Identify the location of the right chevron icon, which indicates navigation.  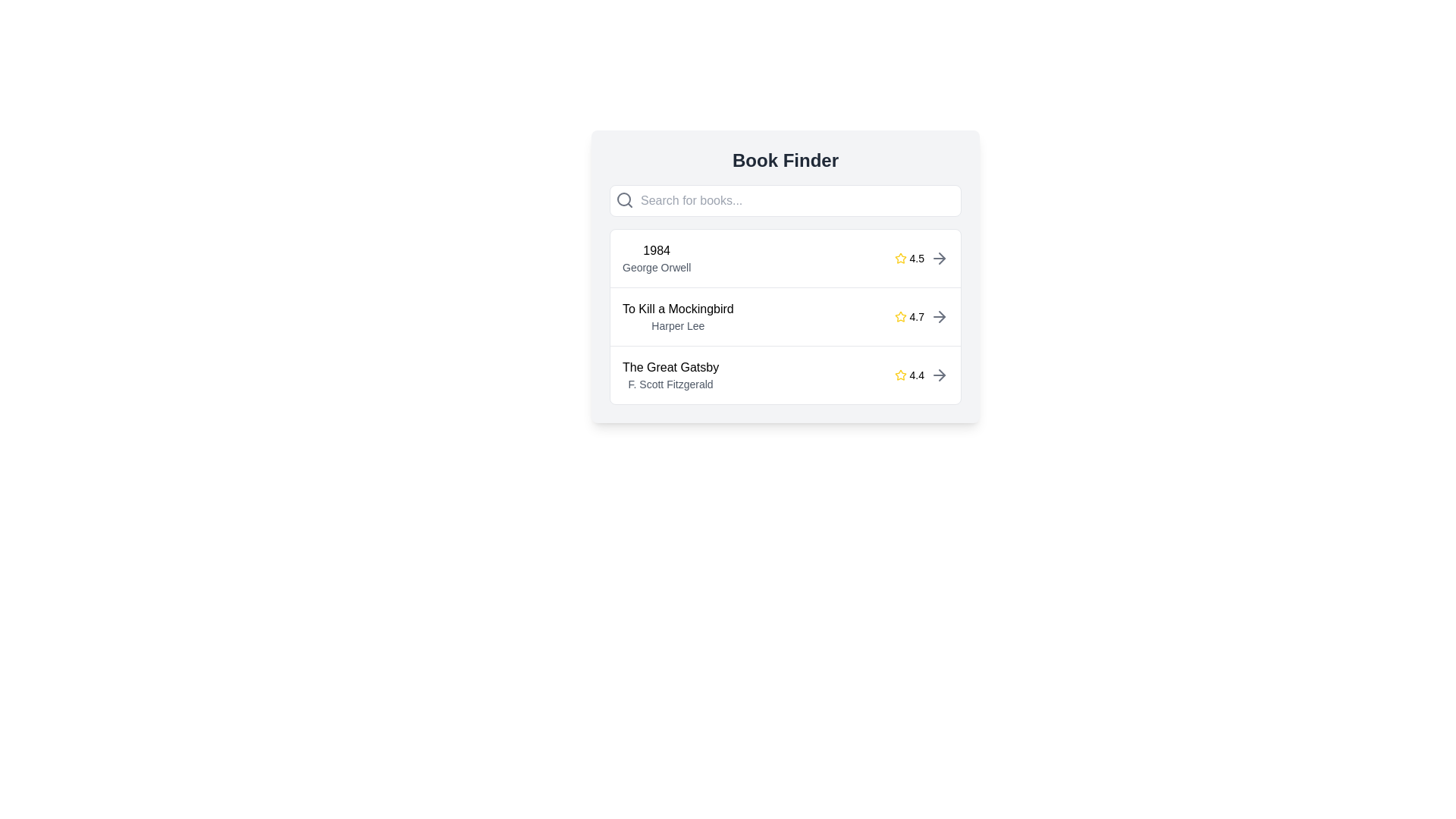
(941, 375).